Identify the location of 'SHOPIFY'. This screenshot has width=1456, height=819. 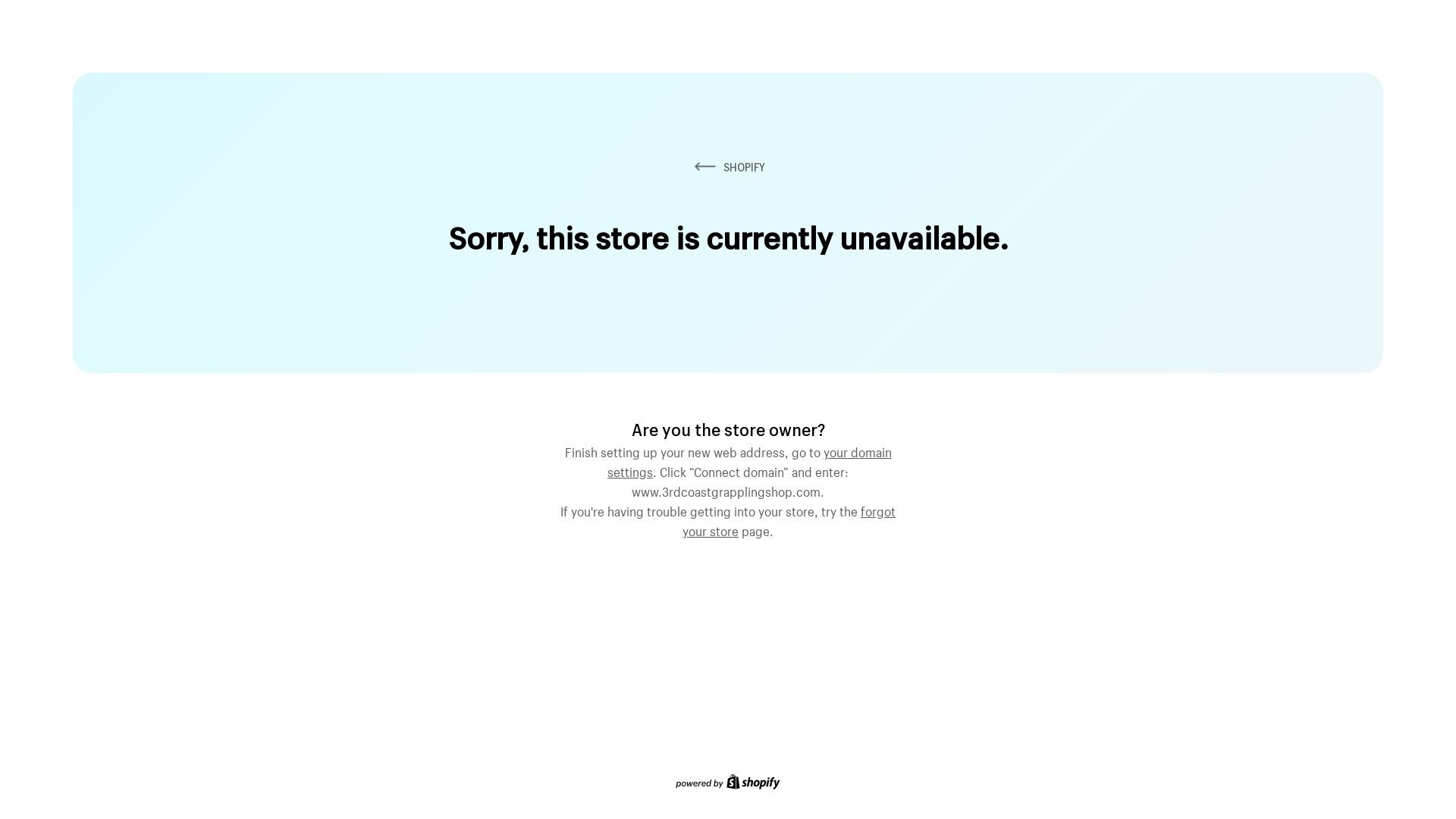
(728, 167).